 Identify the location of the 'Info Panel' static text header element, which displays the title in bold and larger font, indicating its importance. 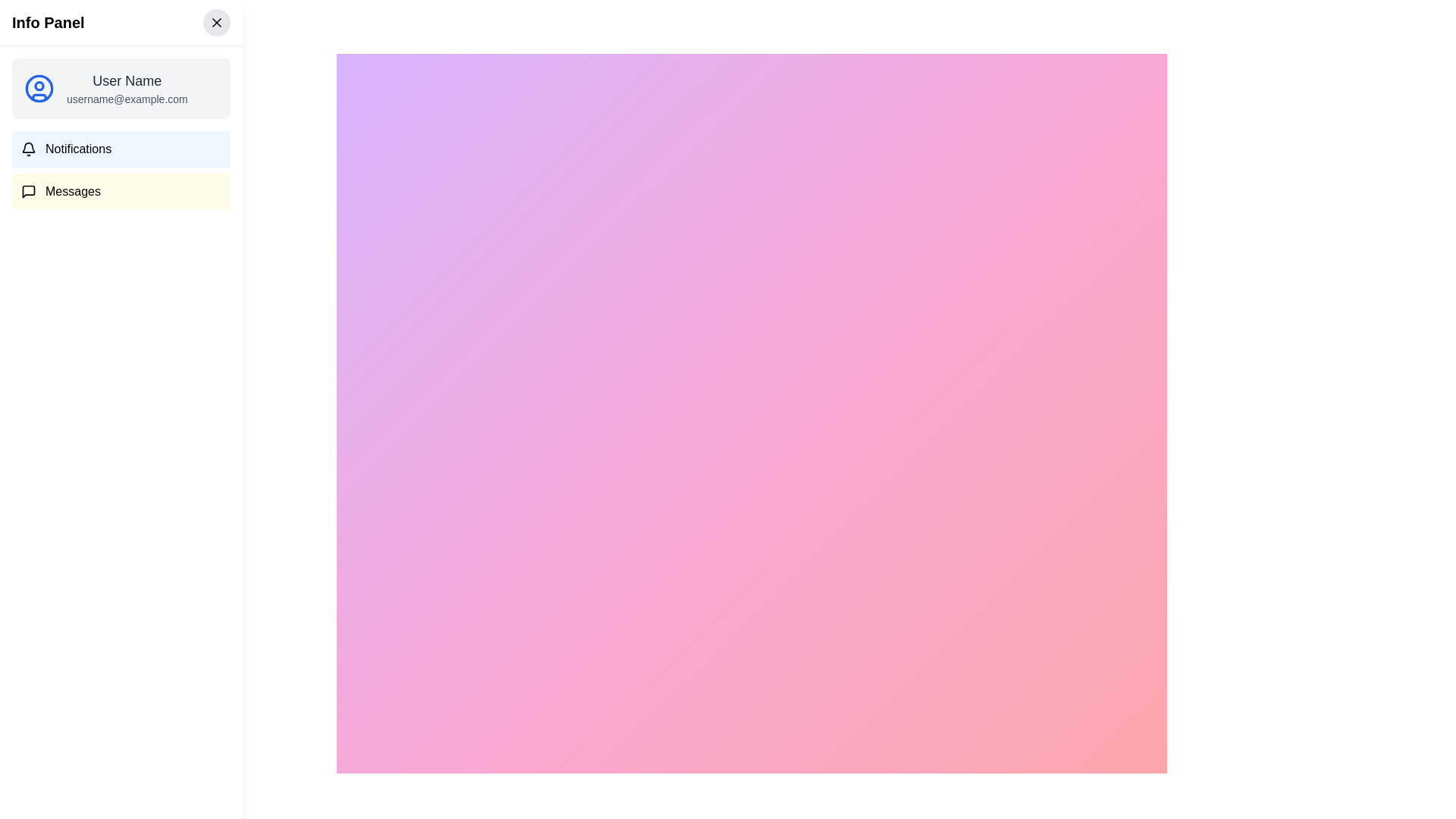
(48, 23).